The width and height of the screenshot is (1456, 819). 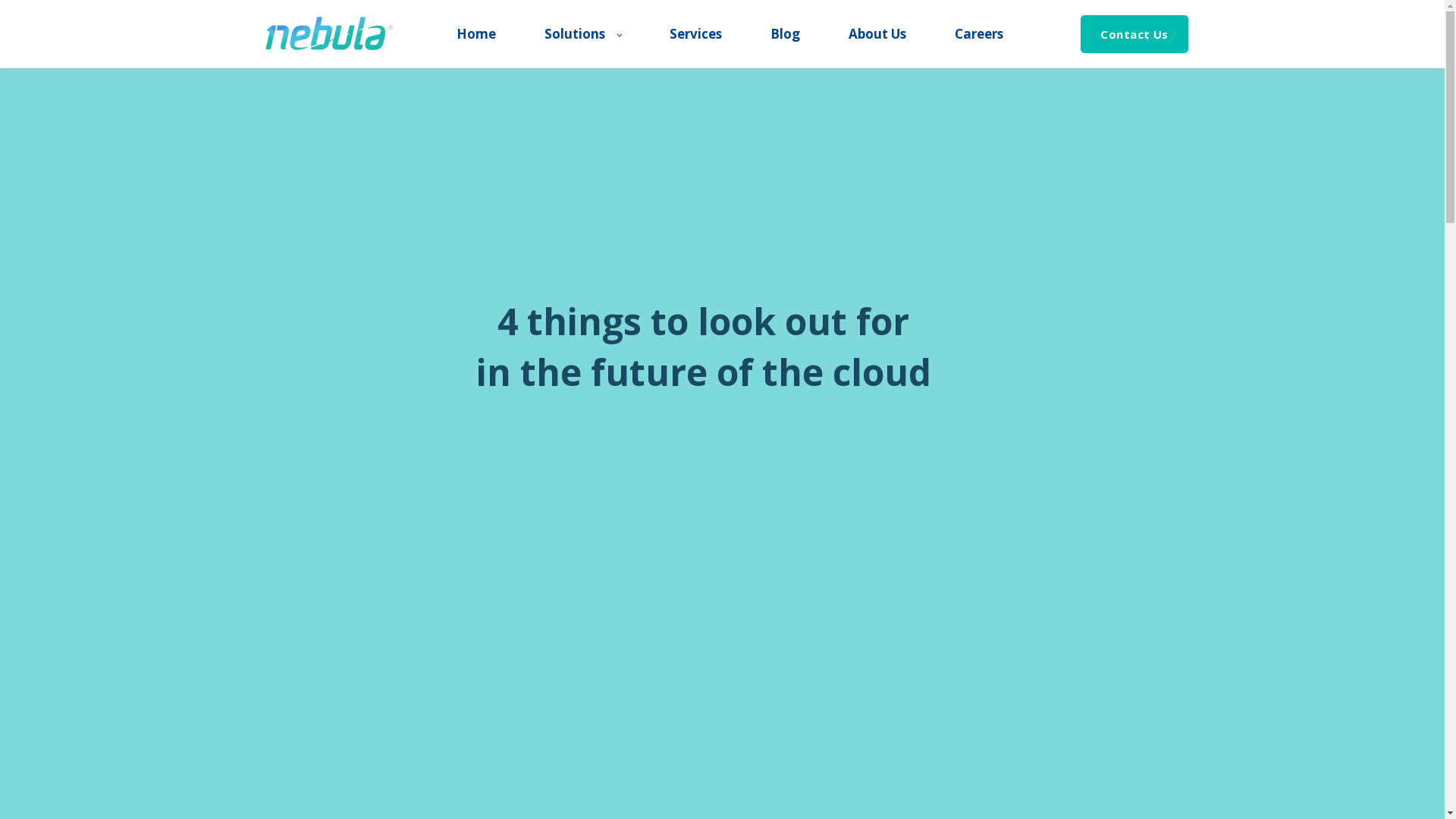 What do you see at coordinates (953, 34) in the screenshot?
I see `'Careers'` at bounding box center [953, 34].